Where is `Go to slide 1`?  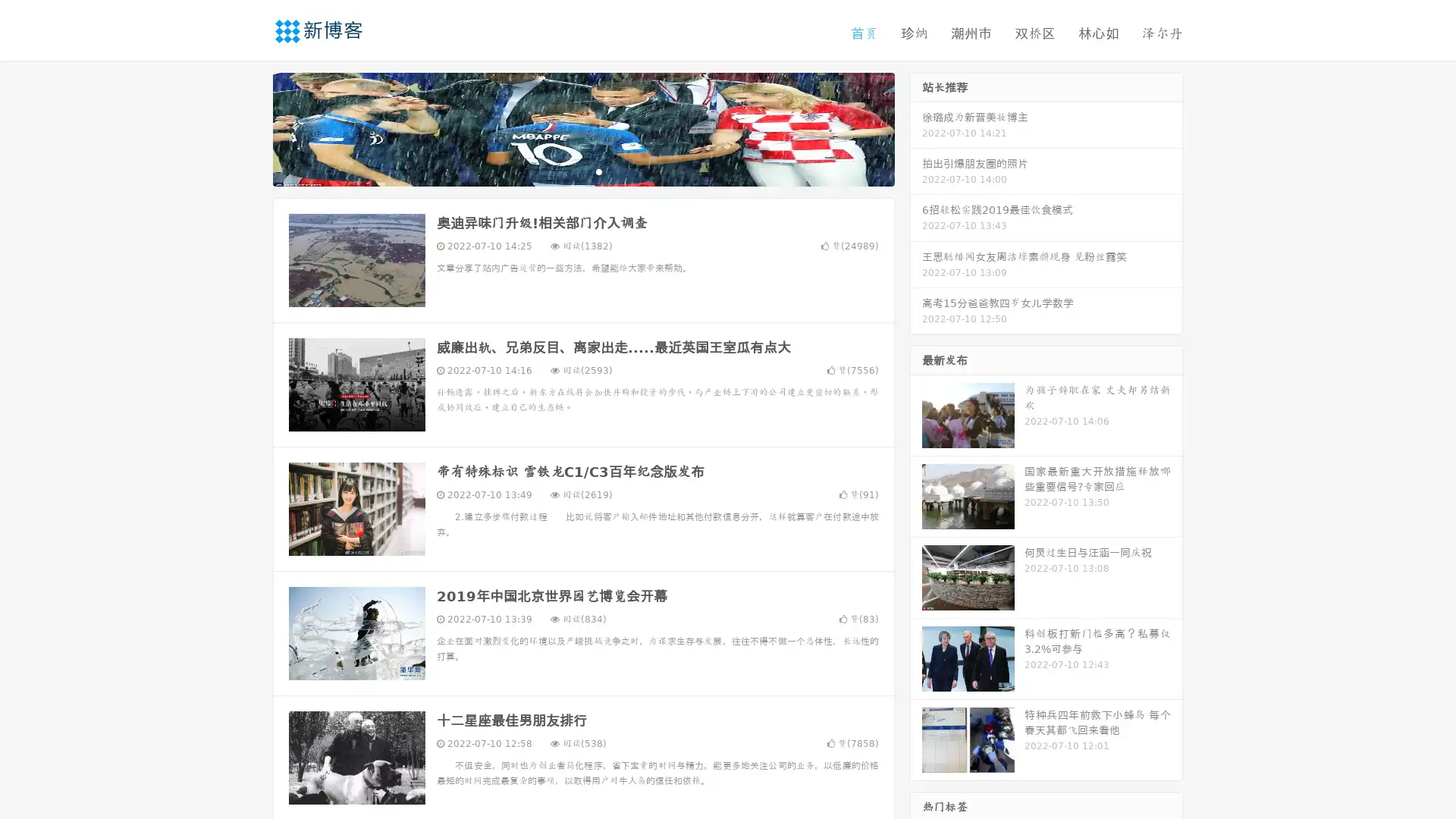
Go to slide 1 is located at coordinates (567, 171).